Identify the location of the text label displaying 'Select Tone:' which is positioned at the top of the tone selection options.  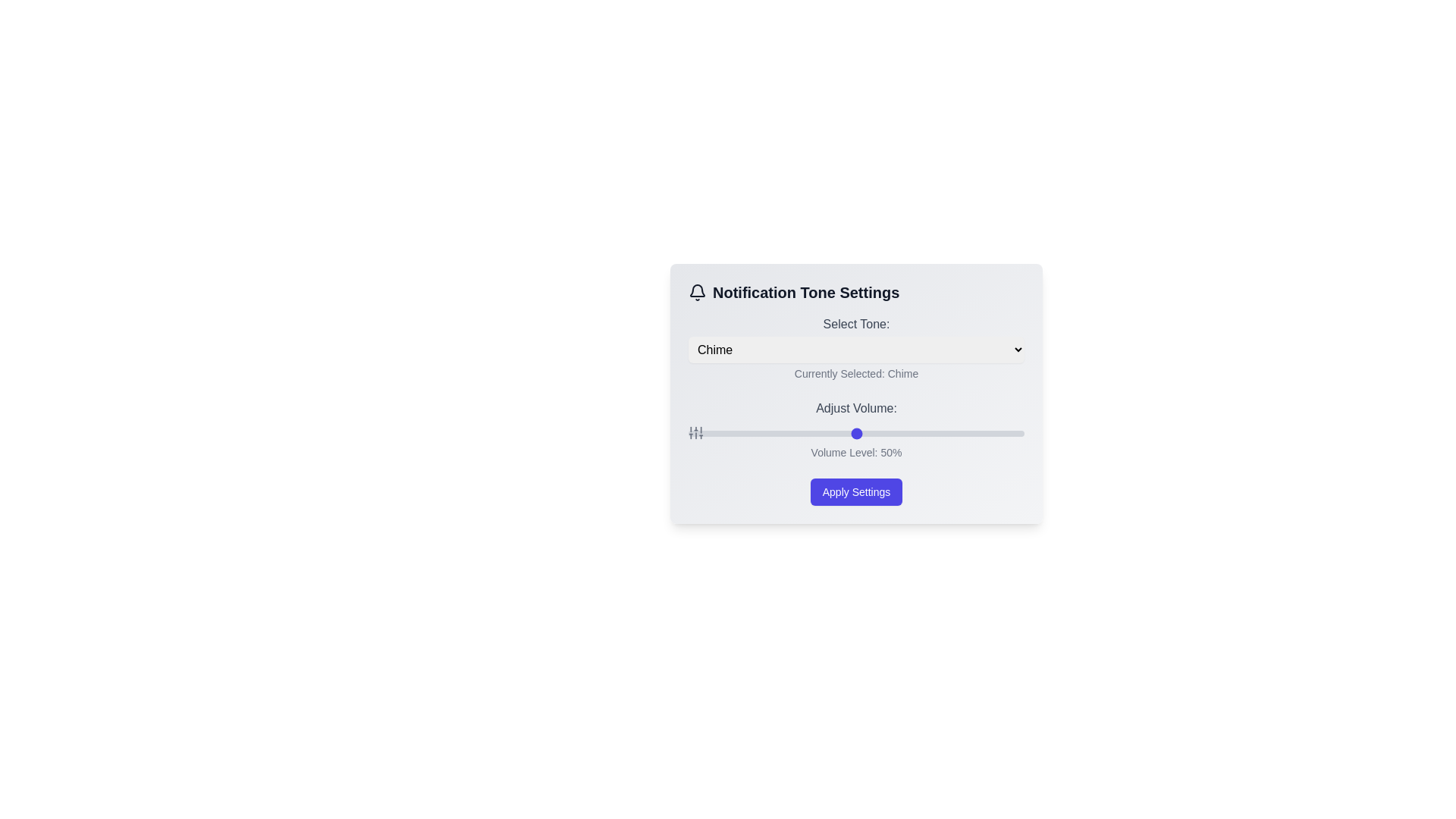
(856, 324).